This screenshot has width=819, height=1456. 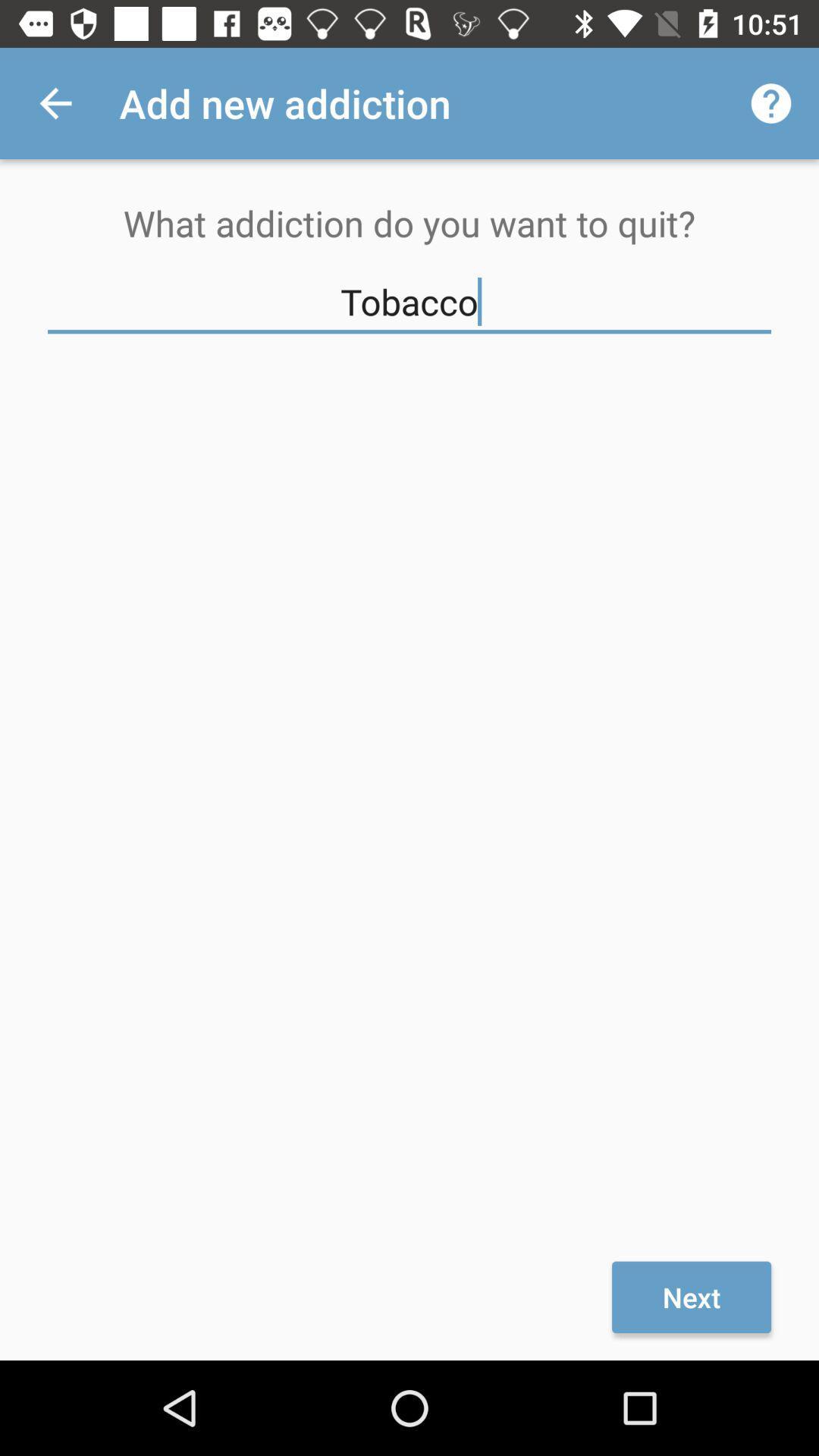 I want to click on the icon to the left of add new addiction item, so click(x=55, y=102).